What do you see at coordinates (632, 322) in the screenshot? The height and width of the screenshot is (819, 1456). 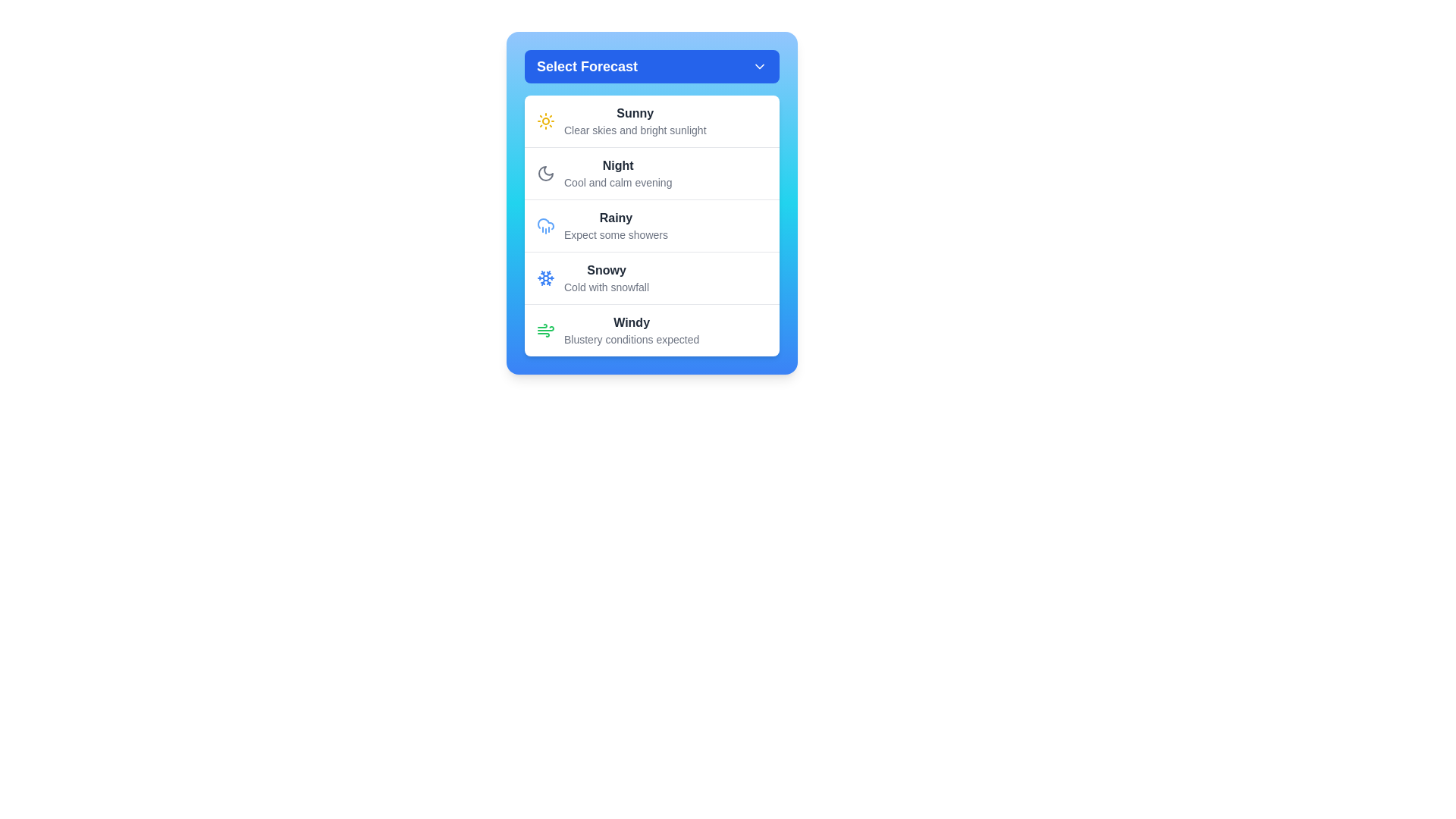 I see `bold text label displaying 'Windy', which is positioned at the top of the weather forecast item in the vertical list of forecasts` at bounding box center [632, 322].